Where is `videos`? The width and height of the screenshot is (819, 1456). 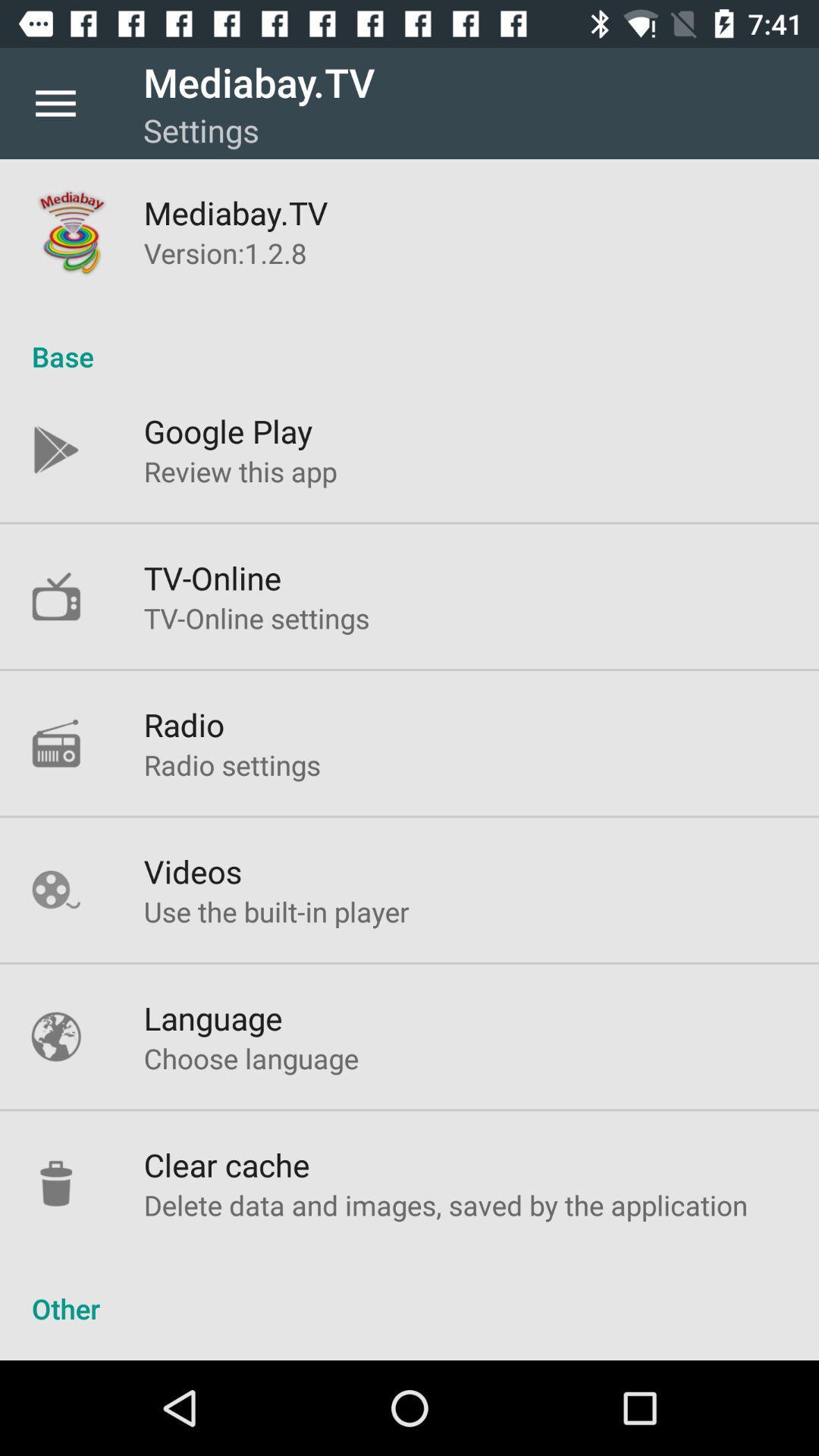
videos is located at coordinates (192, 871).